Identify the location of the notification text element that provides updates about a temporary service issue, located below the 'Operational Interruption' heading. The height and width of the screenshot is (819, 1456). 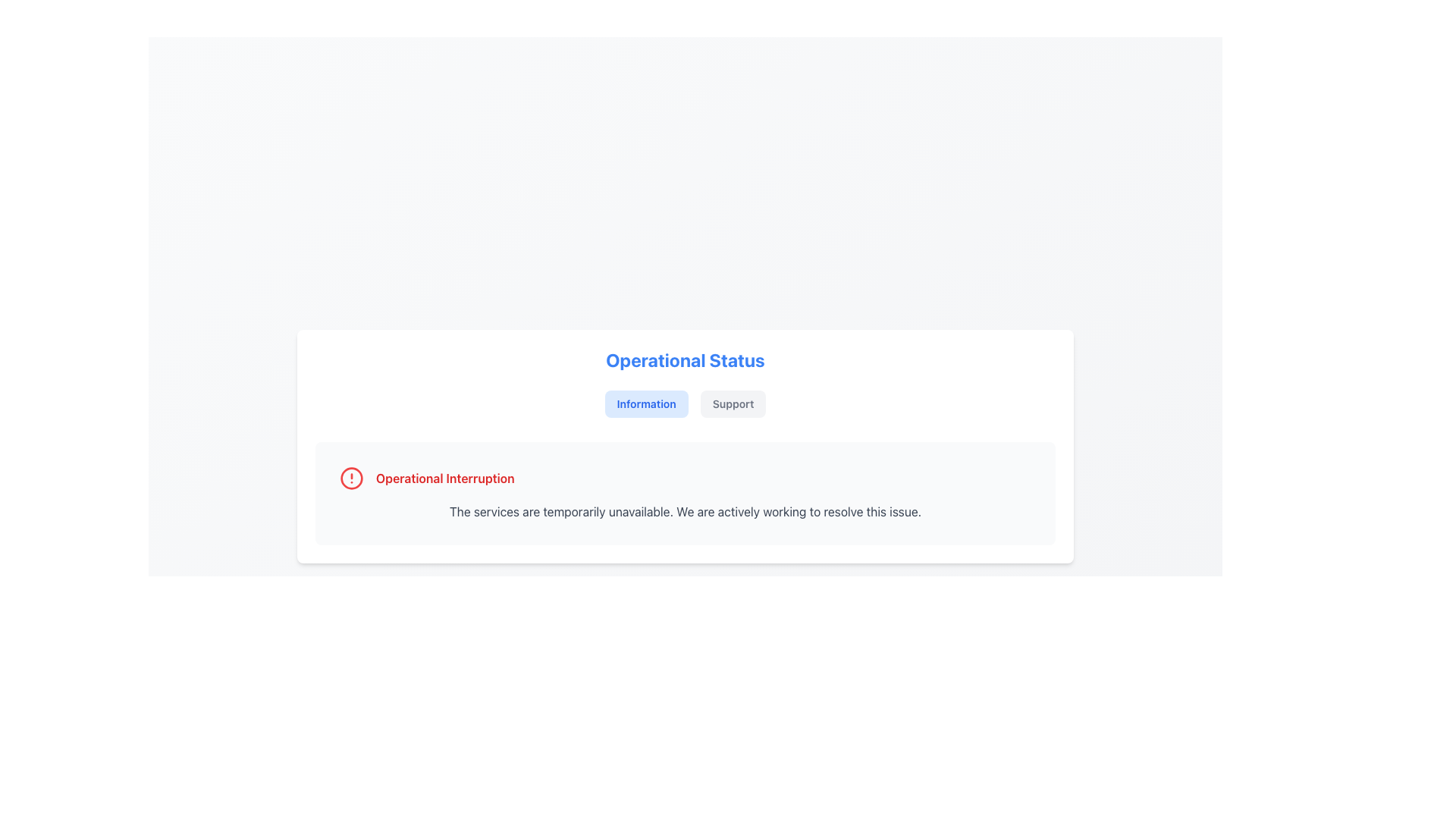
(684, 512).